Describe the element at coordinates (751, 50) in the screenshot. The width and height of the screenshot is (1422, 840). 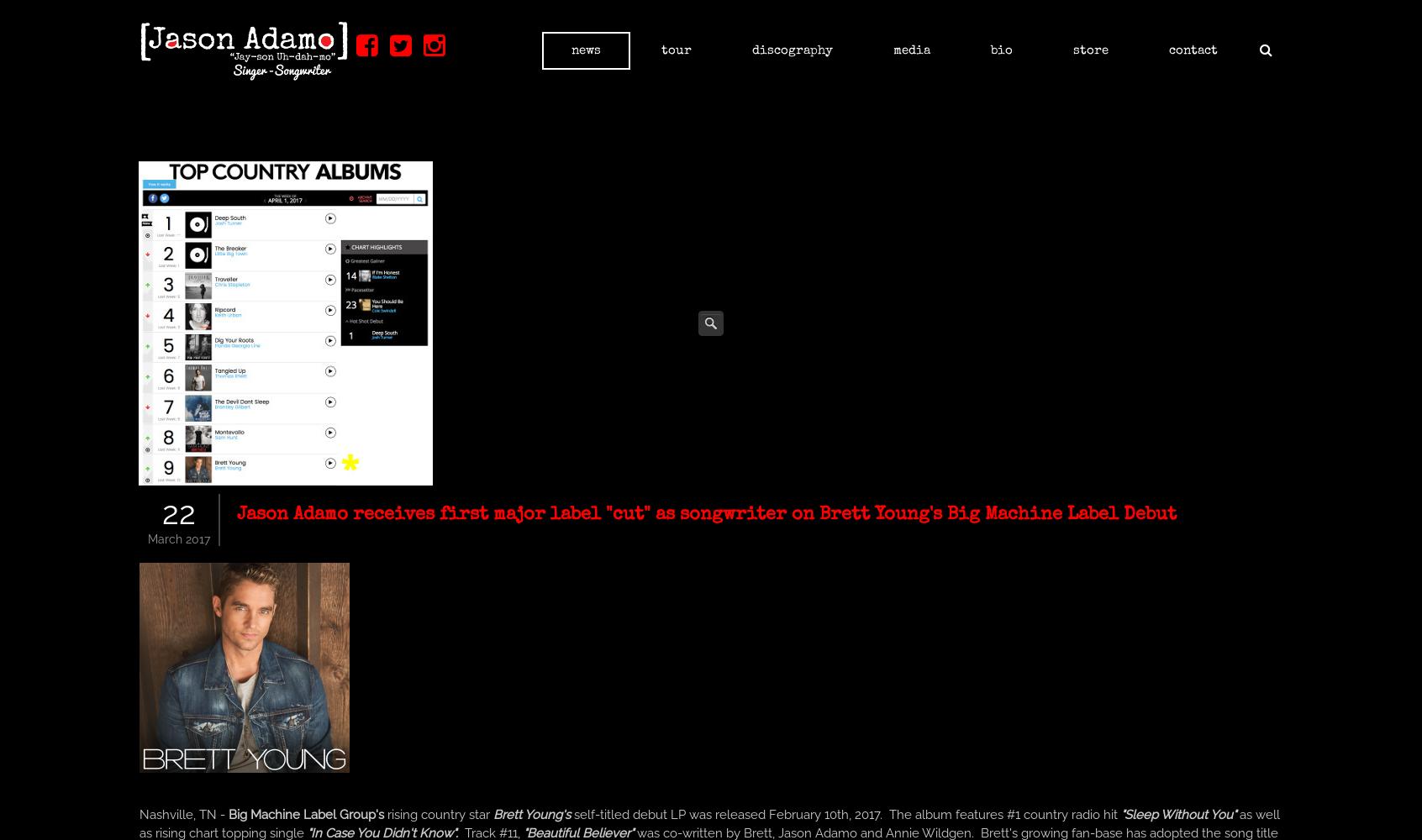
I see `'Discography'` at that location.